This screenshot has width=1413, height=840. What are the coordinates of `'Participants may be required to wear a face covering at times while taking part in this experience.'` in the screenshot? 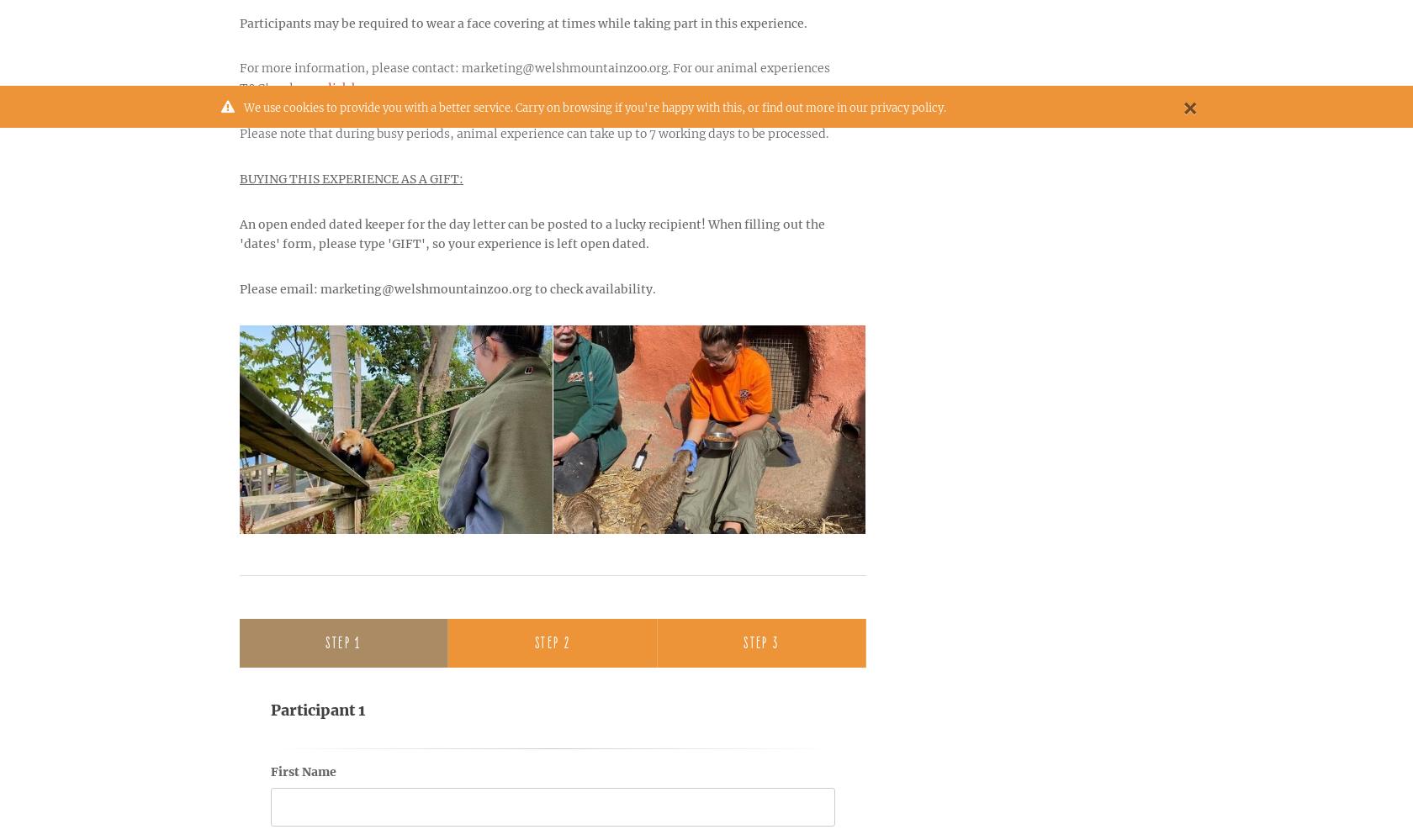 It's located at (523, 22).